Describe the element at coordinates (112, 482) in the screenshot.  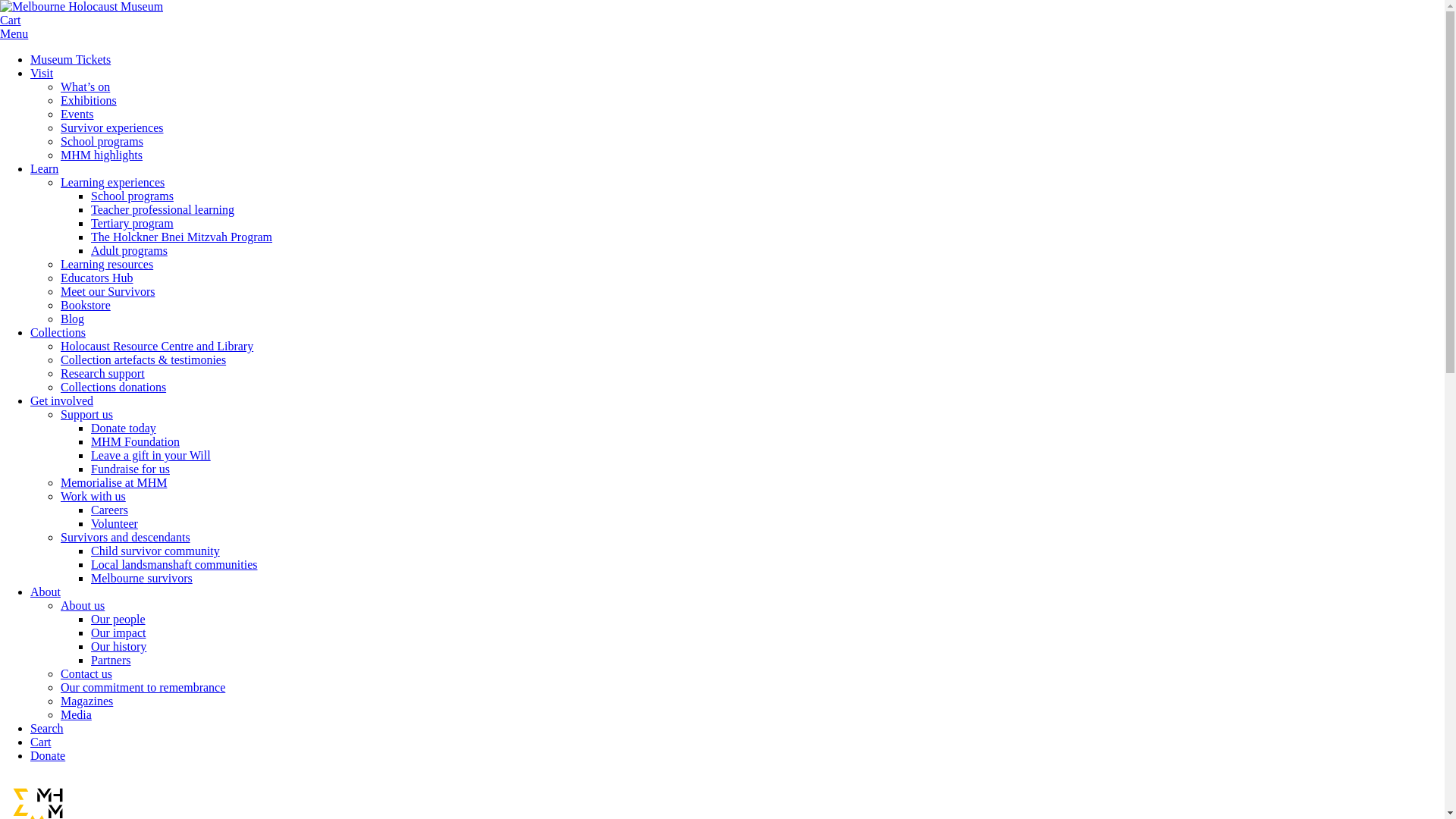
I see `'Memorialise at MHM'` at that location.